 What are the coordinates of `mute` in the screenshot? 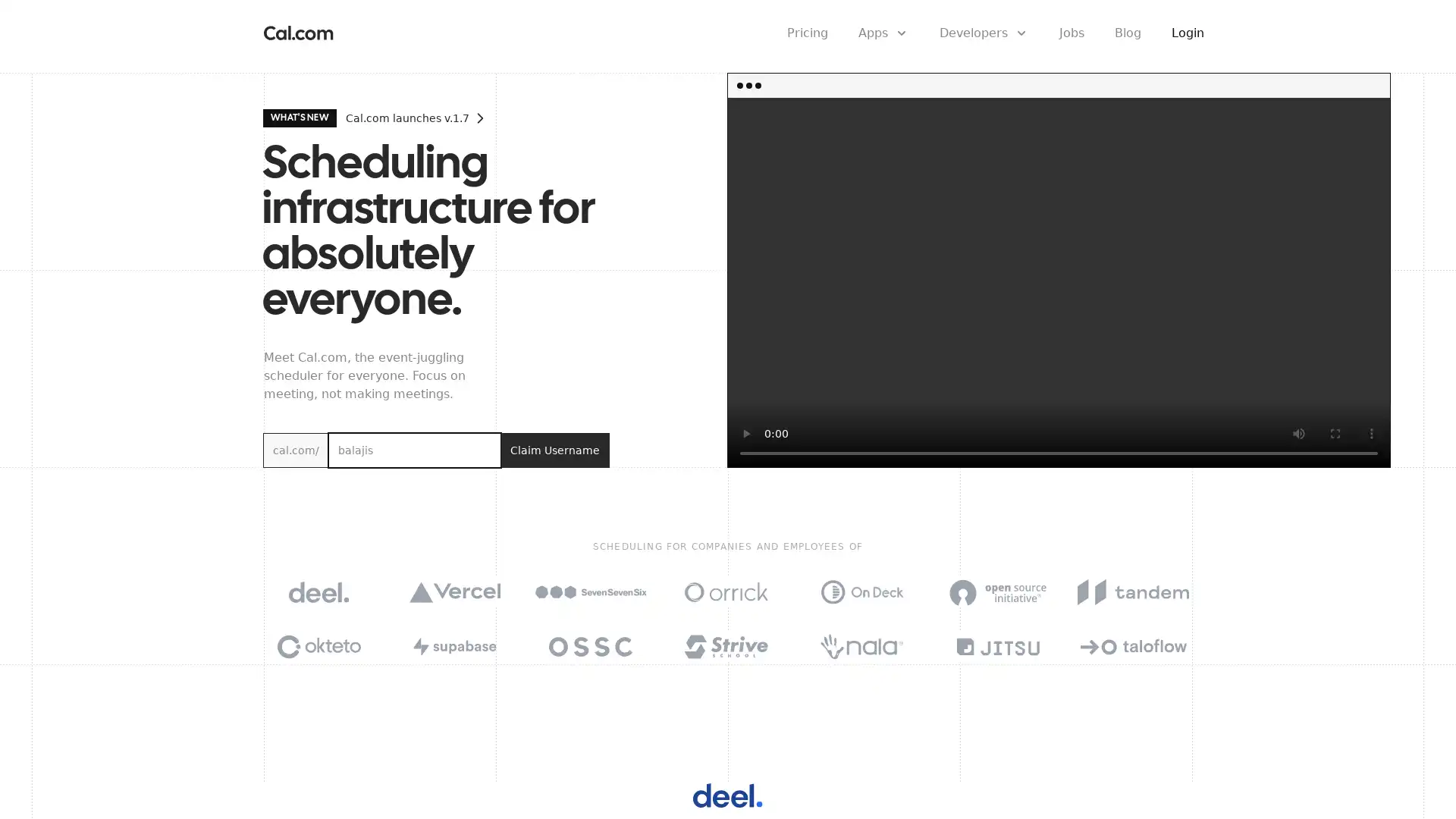 It's located at (1298, 433).